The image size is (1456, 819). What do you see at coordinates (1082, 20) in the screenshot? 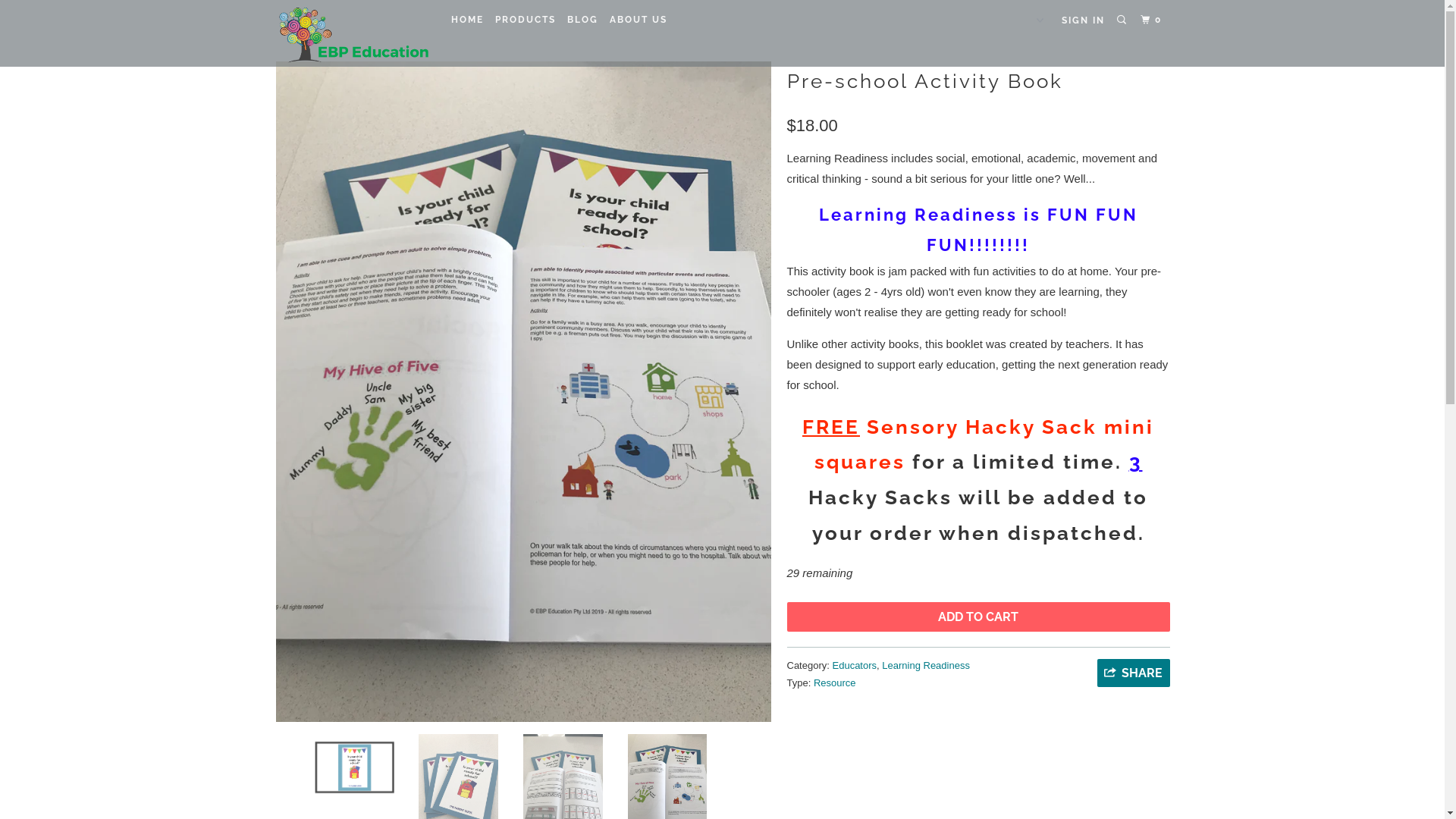
I see `'SIGN IN'` at bounding box center [1082, 20].